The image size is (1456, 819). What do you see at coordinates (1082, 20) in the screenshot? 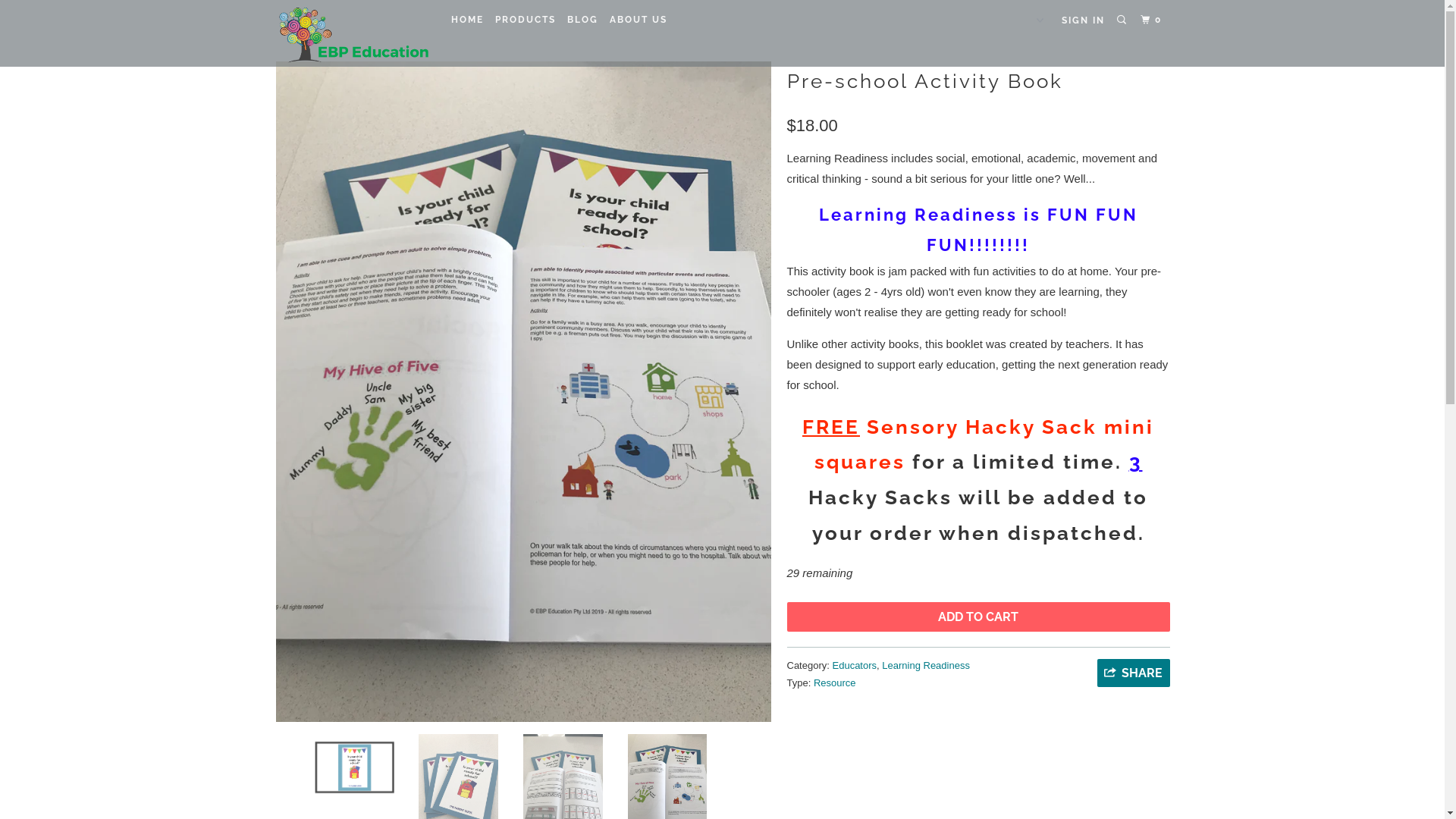
I see `'SIGN IN'` at bounding box center [1082, 20].